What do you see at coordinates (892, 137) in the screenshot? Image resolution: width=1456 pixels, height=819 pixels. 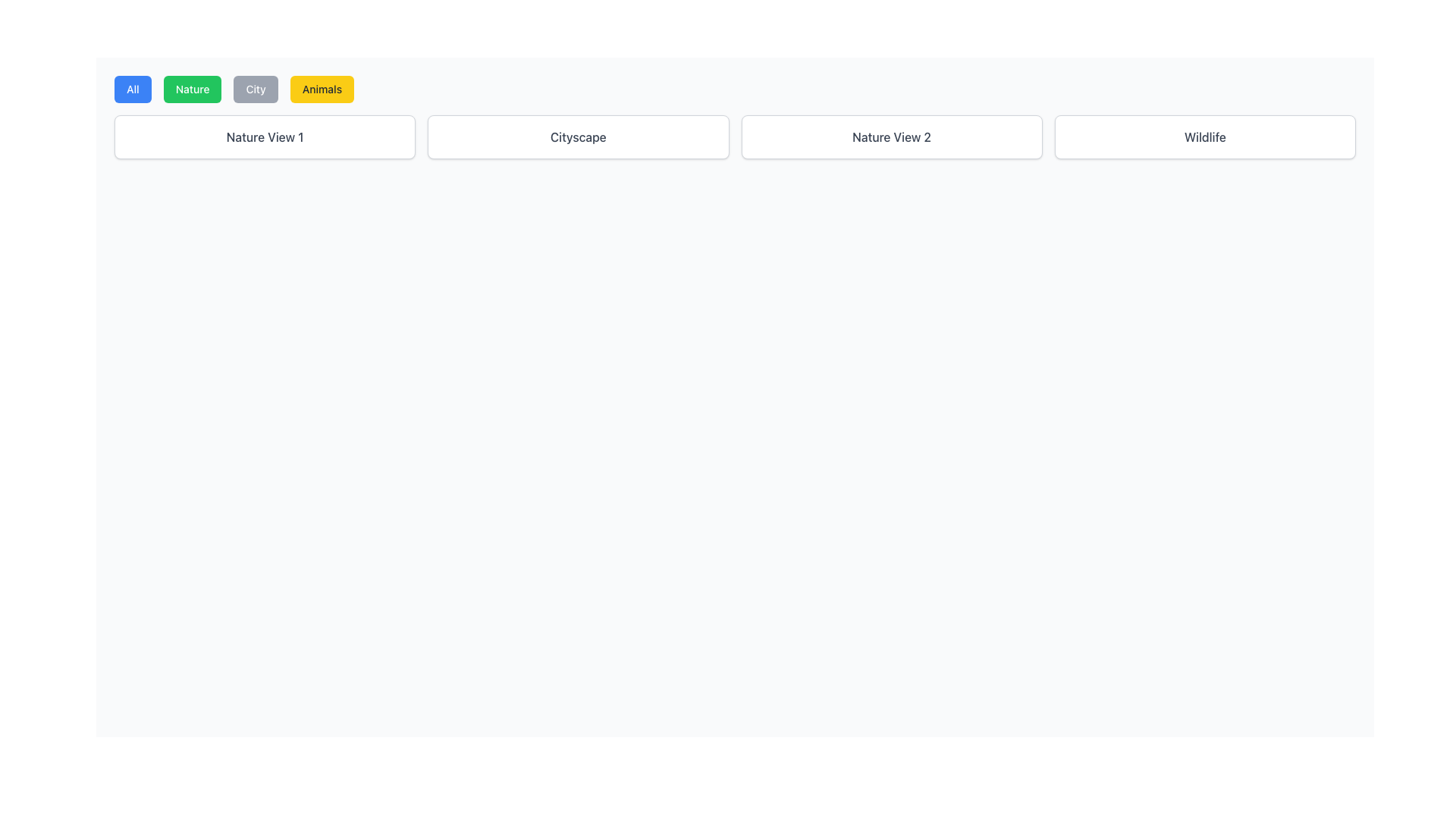 I see `the 'Nature View 2' button, which is a rectangular component with a white background and gray border, located in the third column of the grid layout` at bounding box center [892, 137].